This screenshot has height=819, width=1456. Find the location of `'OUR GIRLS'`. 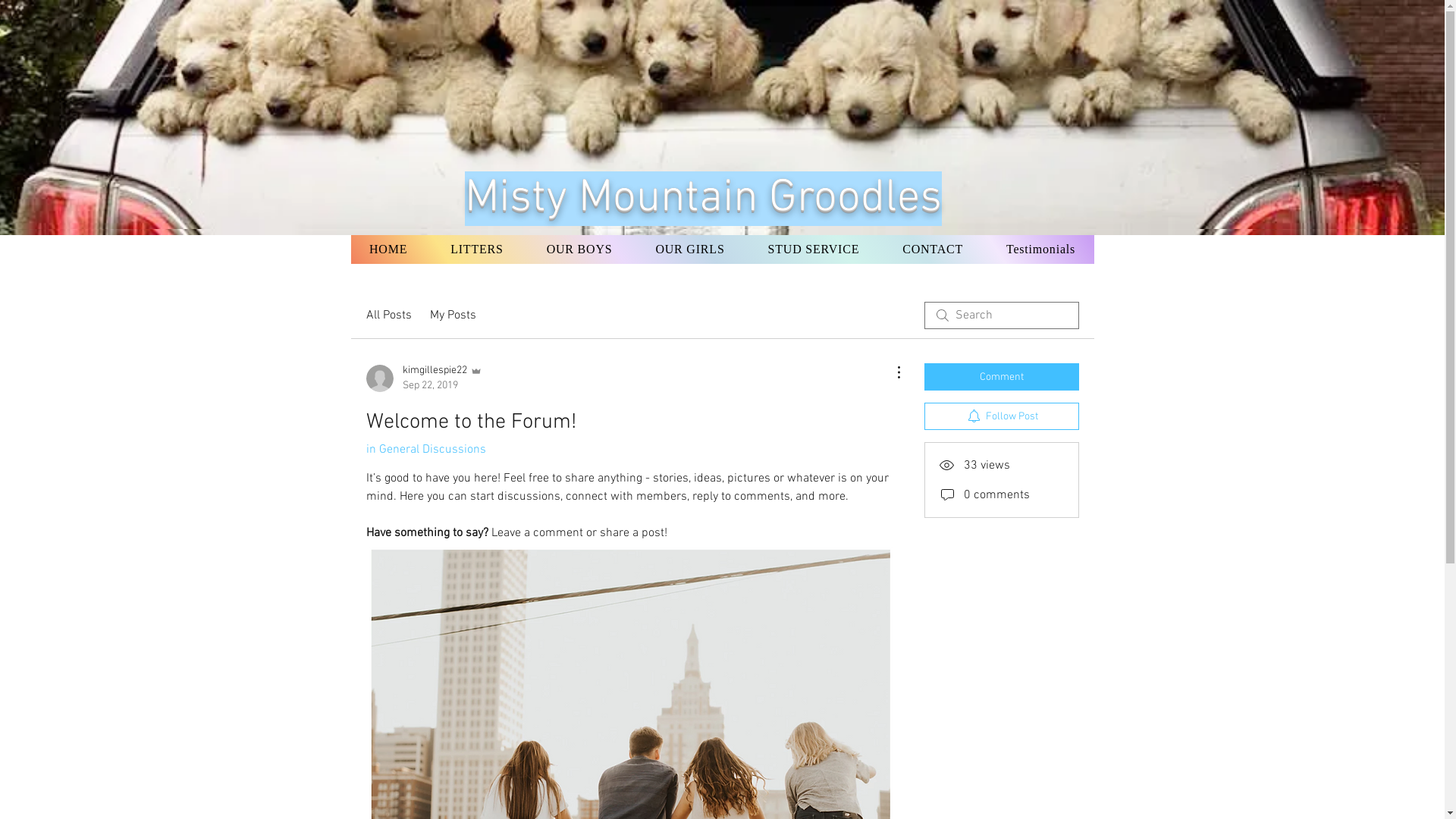

'OUR GIRLS' is located at coordinates (689, 248).